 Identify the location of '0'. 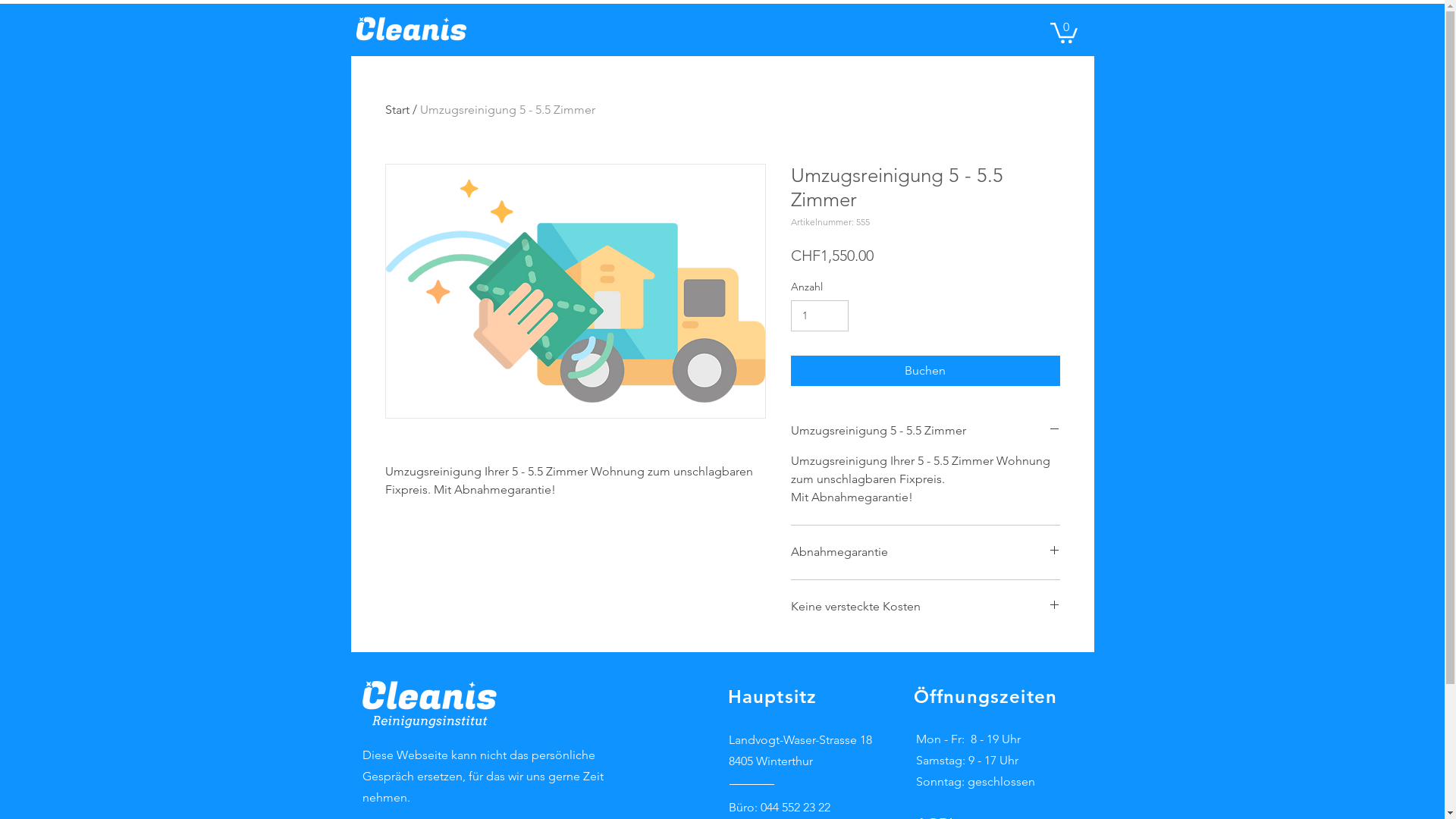
(1048, 32).